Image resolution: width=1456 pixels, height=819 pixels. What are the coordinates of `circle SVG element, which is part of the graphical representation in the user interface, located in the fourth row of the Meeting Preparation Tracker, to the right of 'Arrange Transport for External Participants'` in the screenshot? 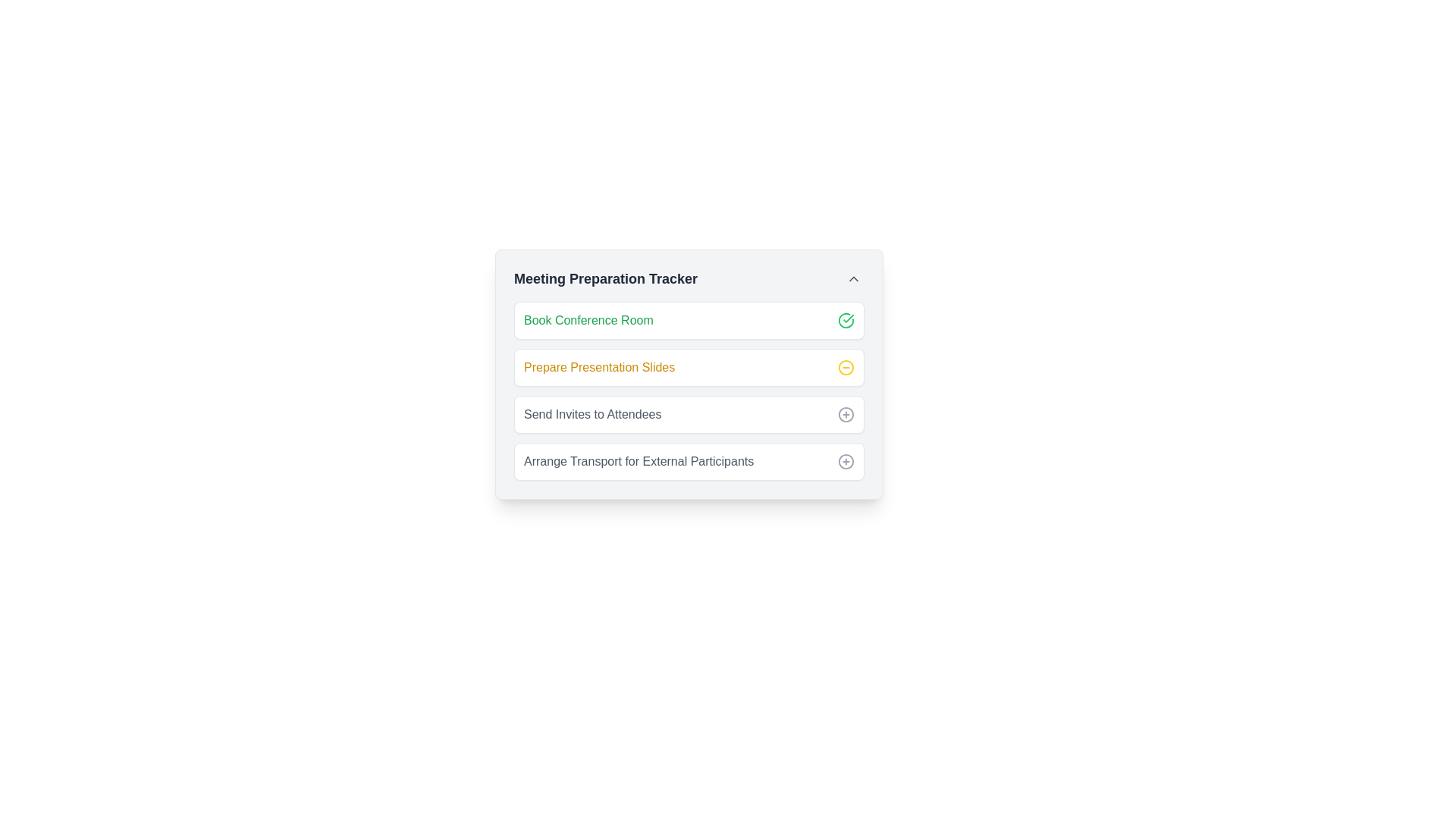 It's located at (846, 461).